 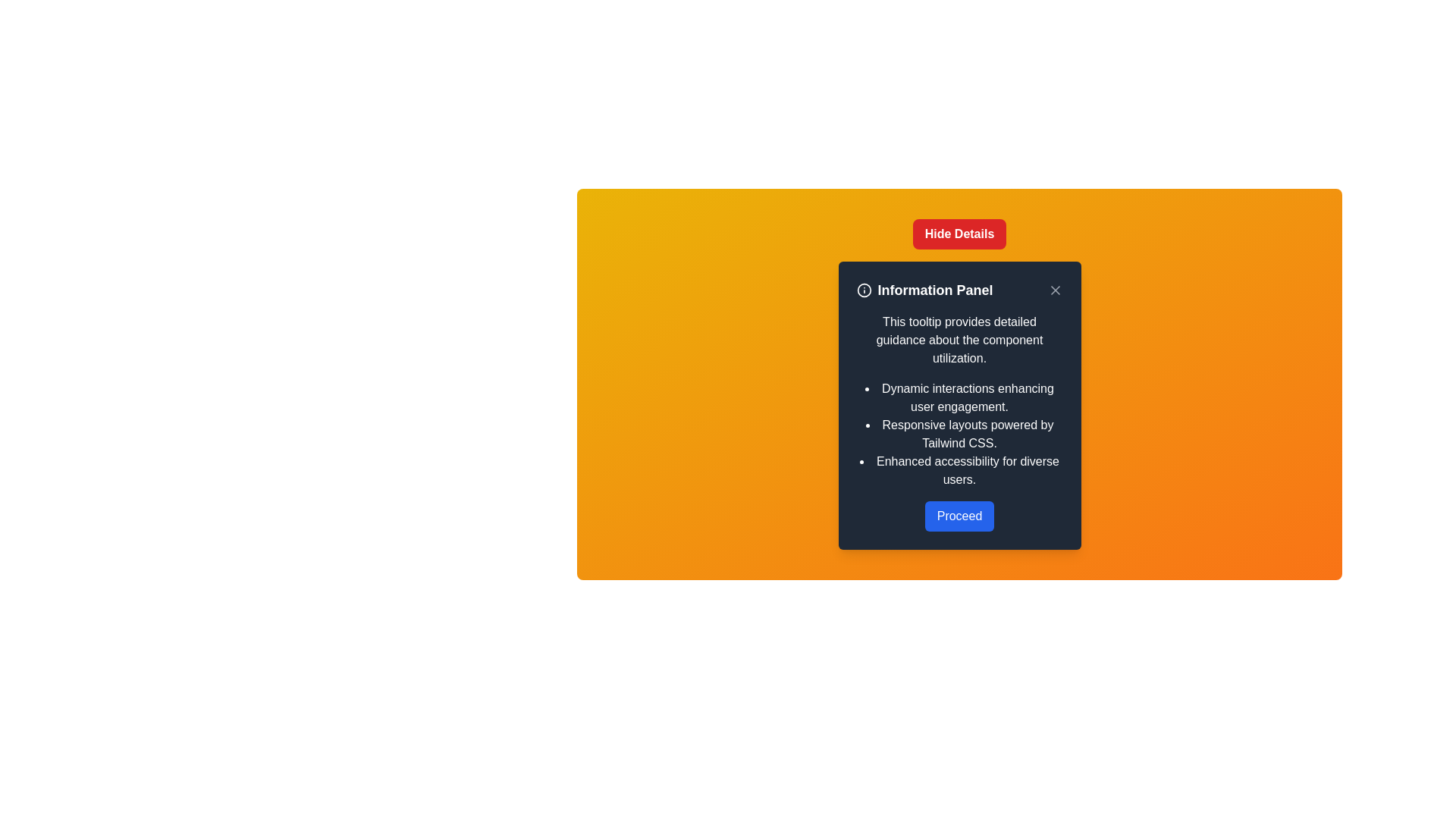 What do you see at coordinates (959, 405) in the screenshot?
I see `the informational popup panel that provides guidance on the component's capabilities, located centrally below the 'Hide Details' button and surrounded by a gradient orange background` at bounding box center [959, 405].